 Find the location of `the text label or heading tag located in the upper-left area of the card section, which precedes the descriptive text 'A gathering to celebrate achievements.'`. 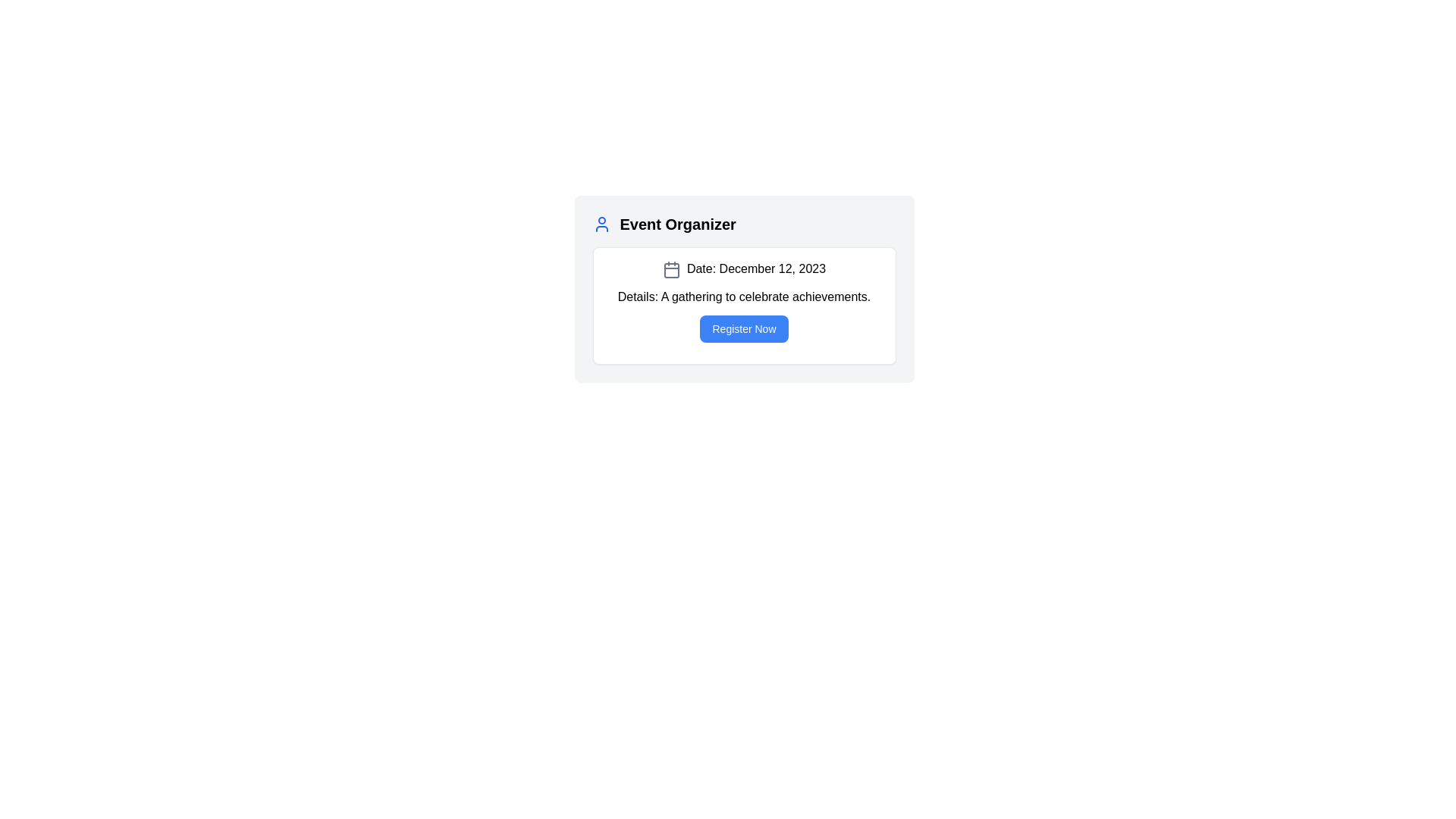

the text label or heading tag located in the upper-left area of the card section, which precedes the descriptive text 'A gathering to celebrate achievements.' is located at coordinates (638, 297).